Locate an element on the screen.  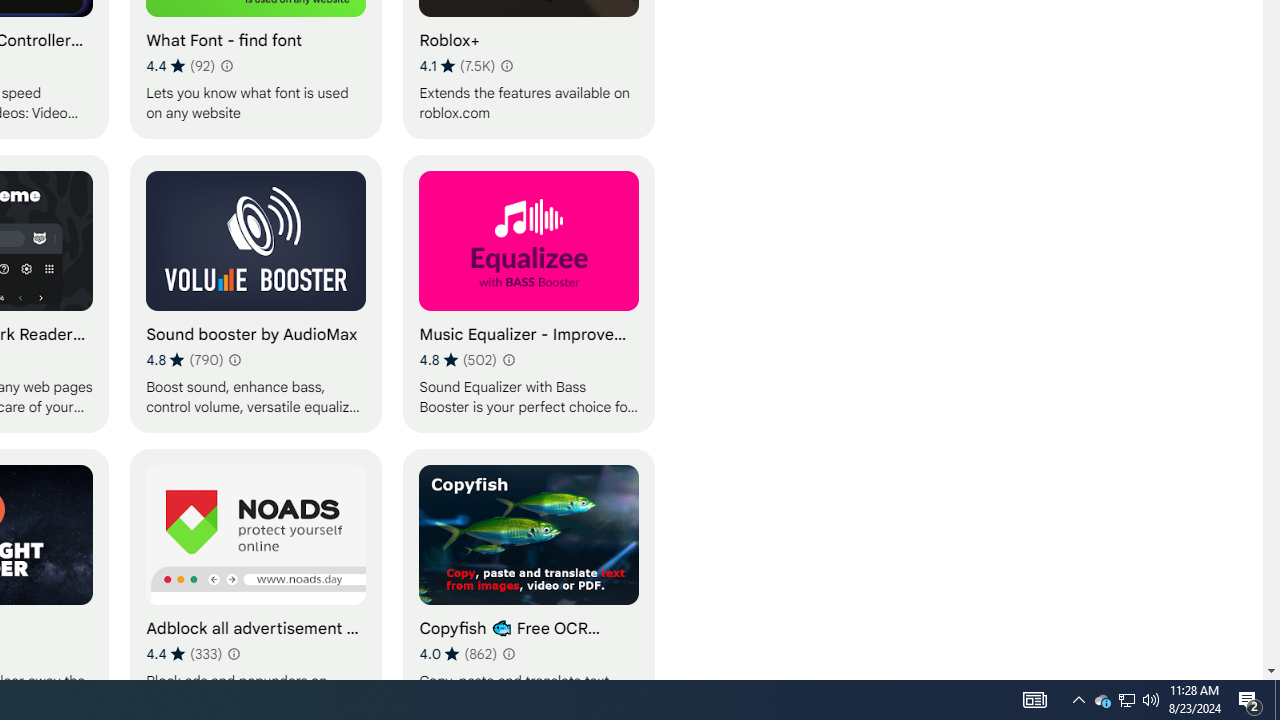
'Average rating 4.8 out of 5 stars. 790 ratings.' is located at coordinates (184, 360).